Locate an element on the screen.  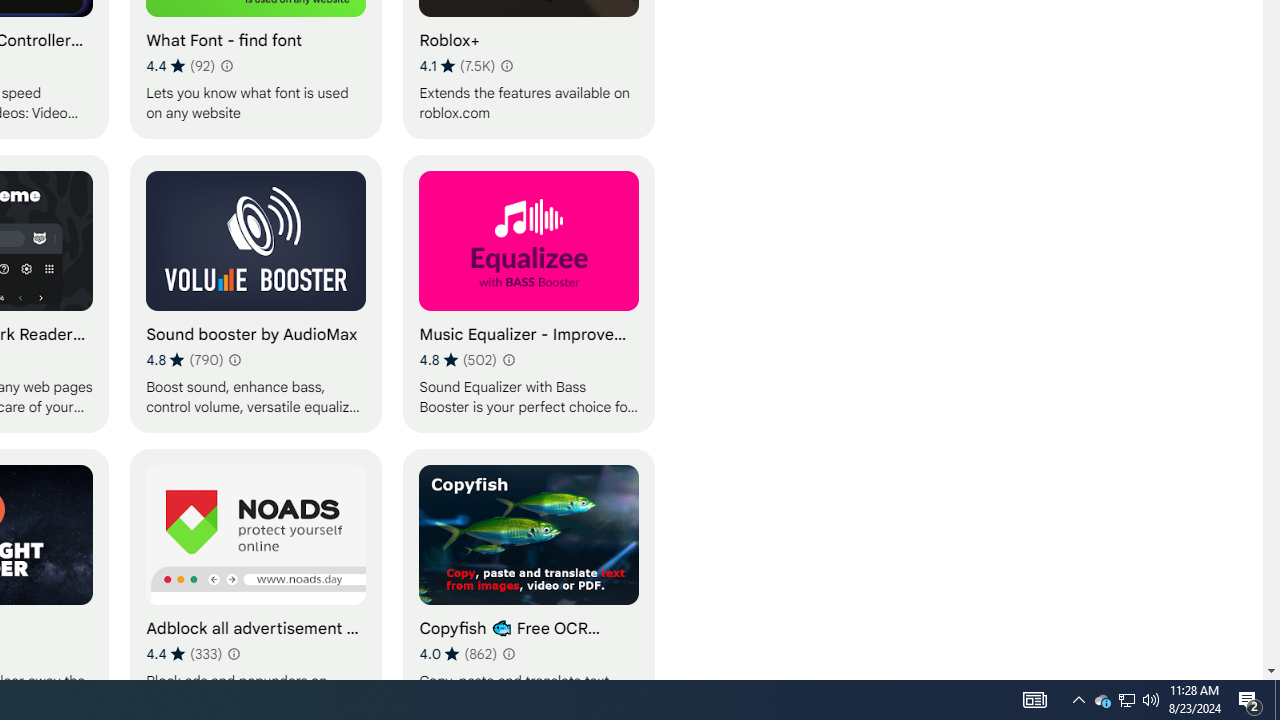
'Average rating 4.8 out of 5 stars. 790 ratings.' is located at coordinates (184, 360).